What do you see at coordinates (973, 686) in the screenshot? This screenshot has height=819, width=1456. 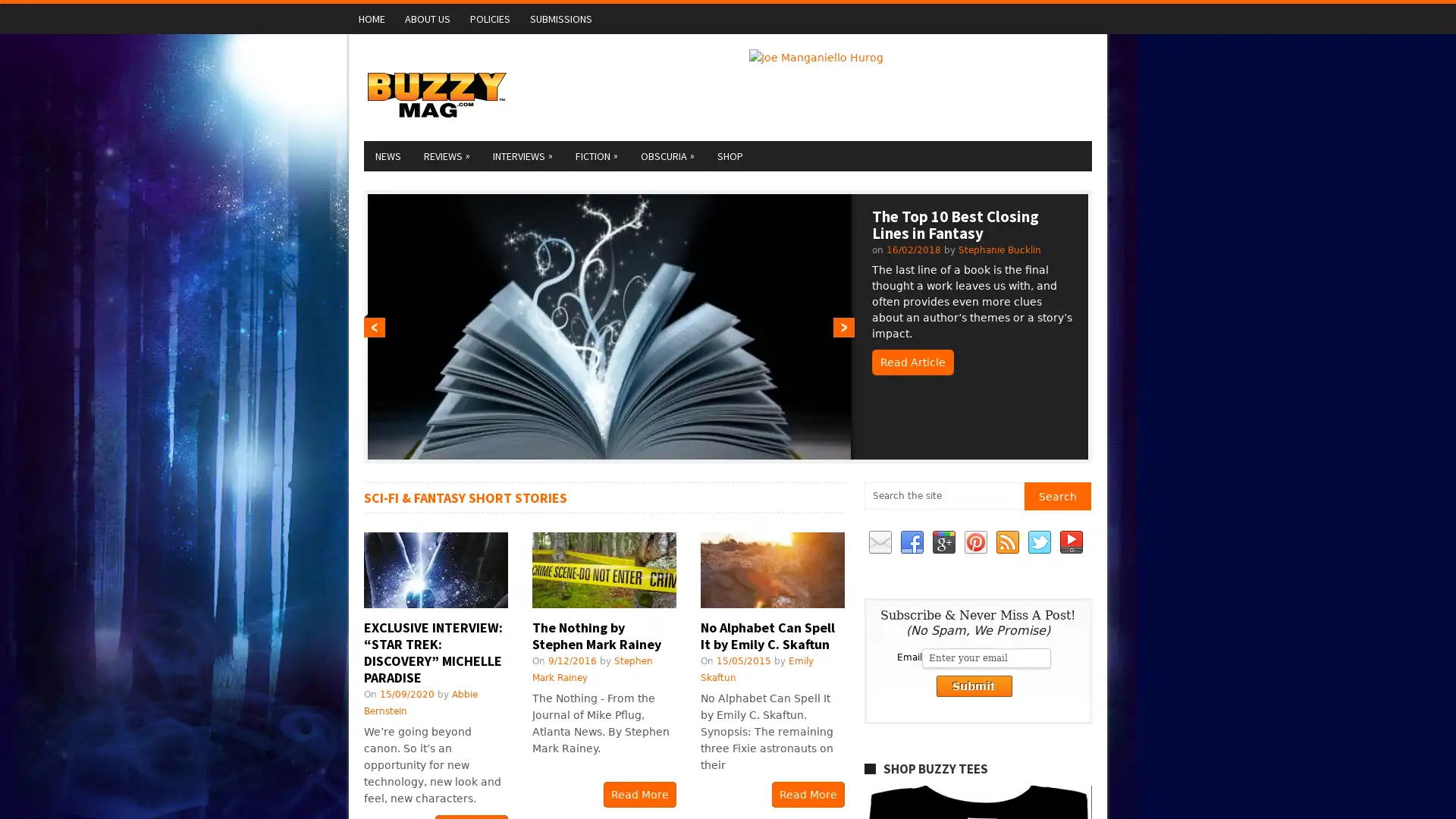 I see `Submit` at bounding box center [973, 686].